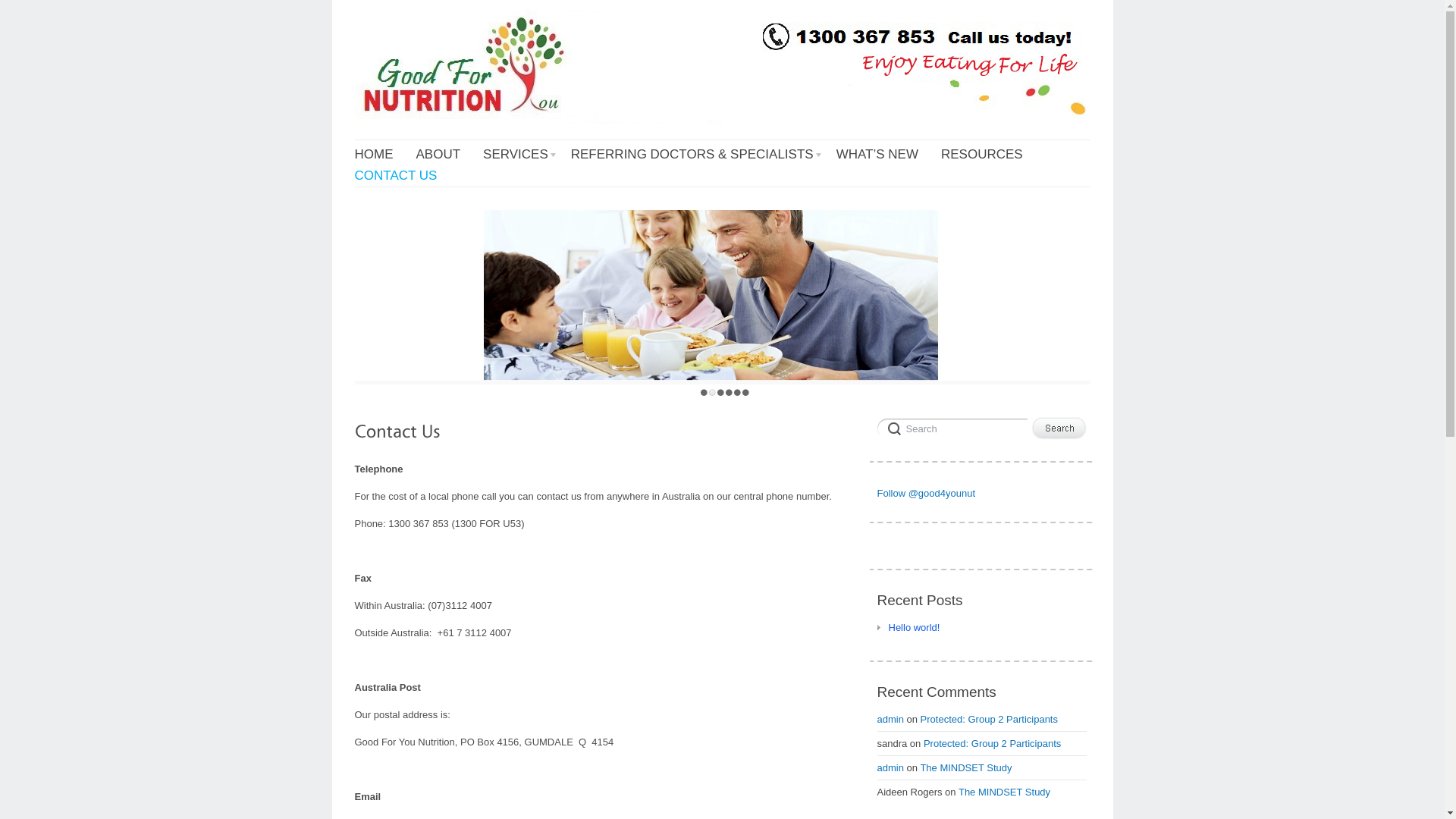 The width and height of the screenshot is (1456, 819). I want to click on 'The MINDSET Study', so click(1004, 791).